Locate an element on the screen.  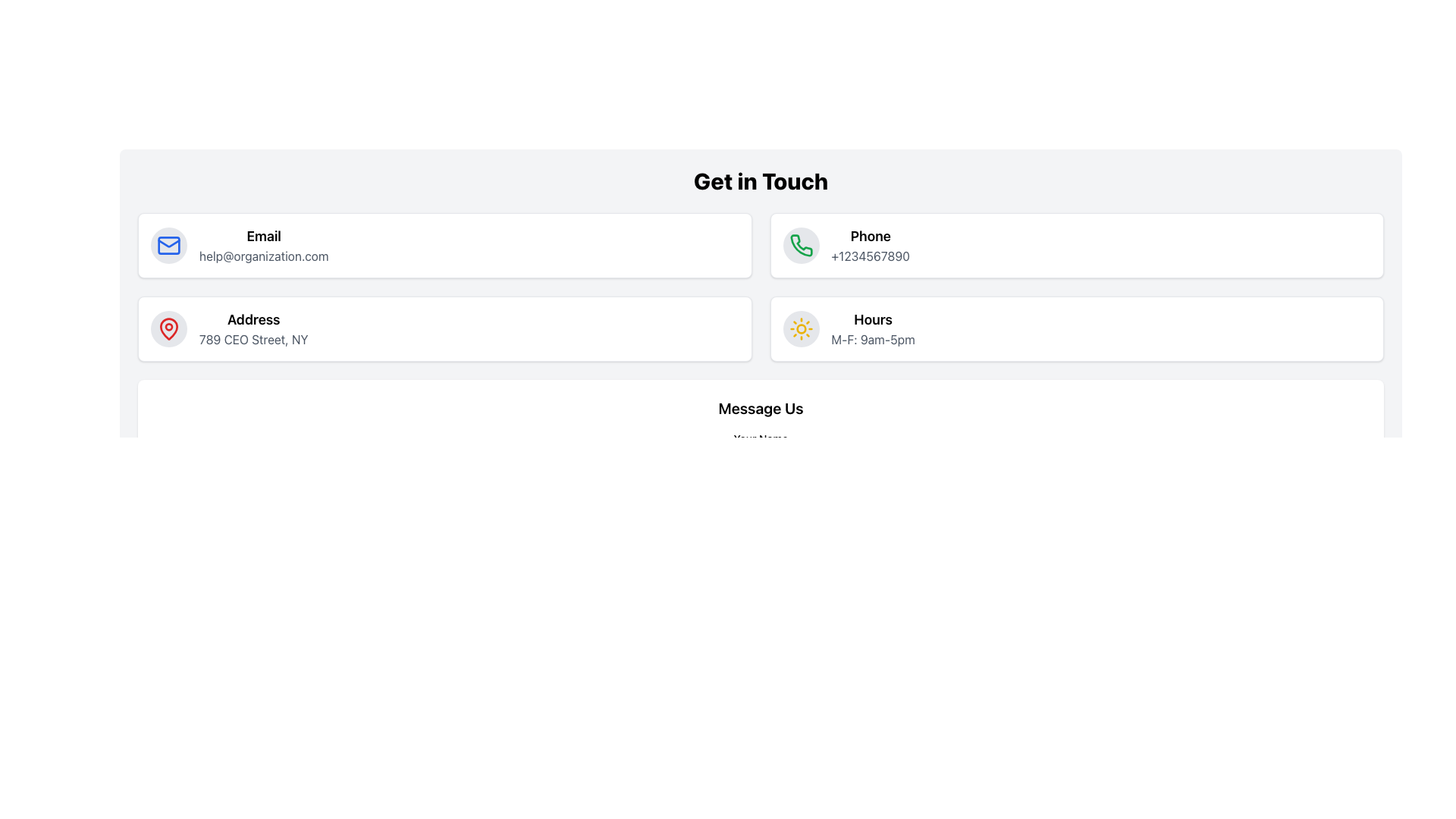
the address icon located to the left of the text 'Address 789 CEO Street, NY' within the card layout is located at coordinates (168, 328).